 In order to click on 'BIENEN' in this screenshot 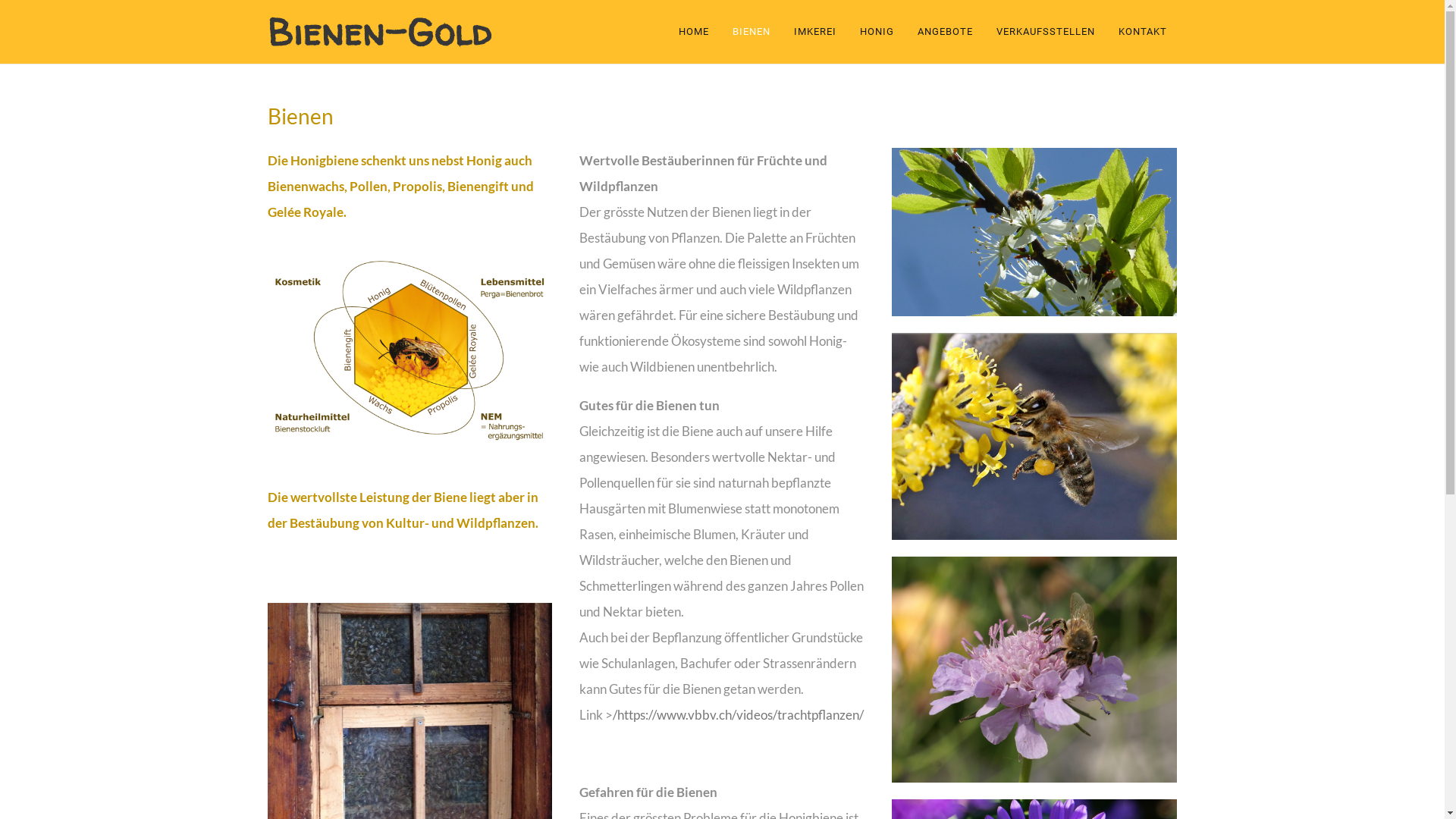, I will do `click(751, 32)`.